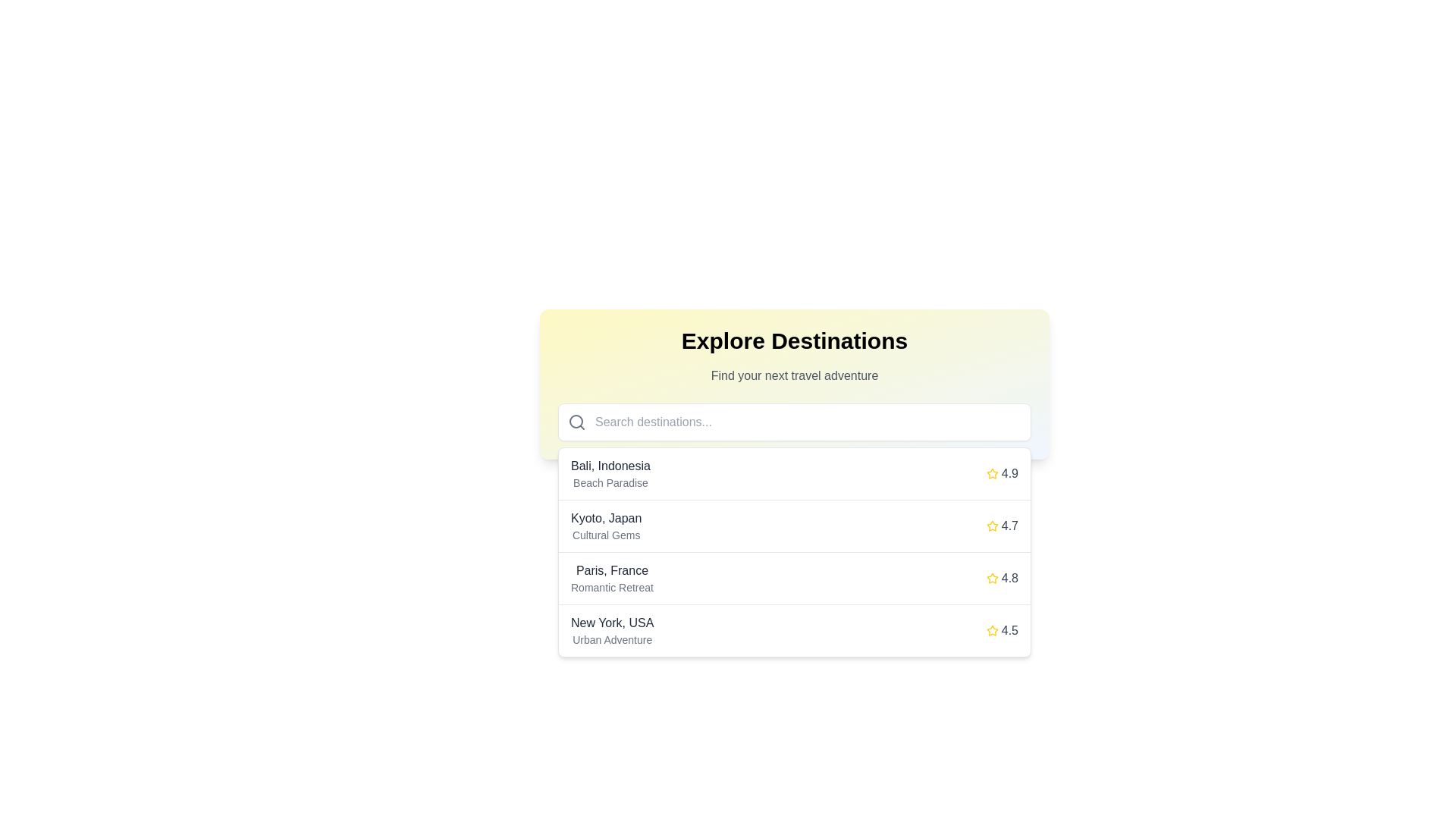  Describe the element at coordinates (1009, 472) in the screenshot. I see `rating score text displayed next to the yellow star icon for the first list item under the Bali, Indonesia entry in the 'Explore Destinations' interface` at that location.